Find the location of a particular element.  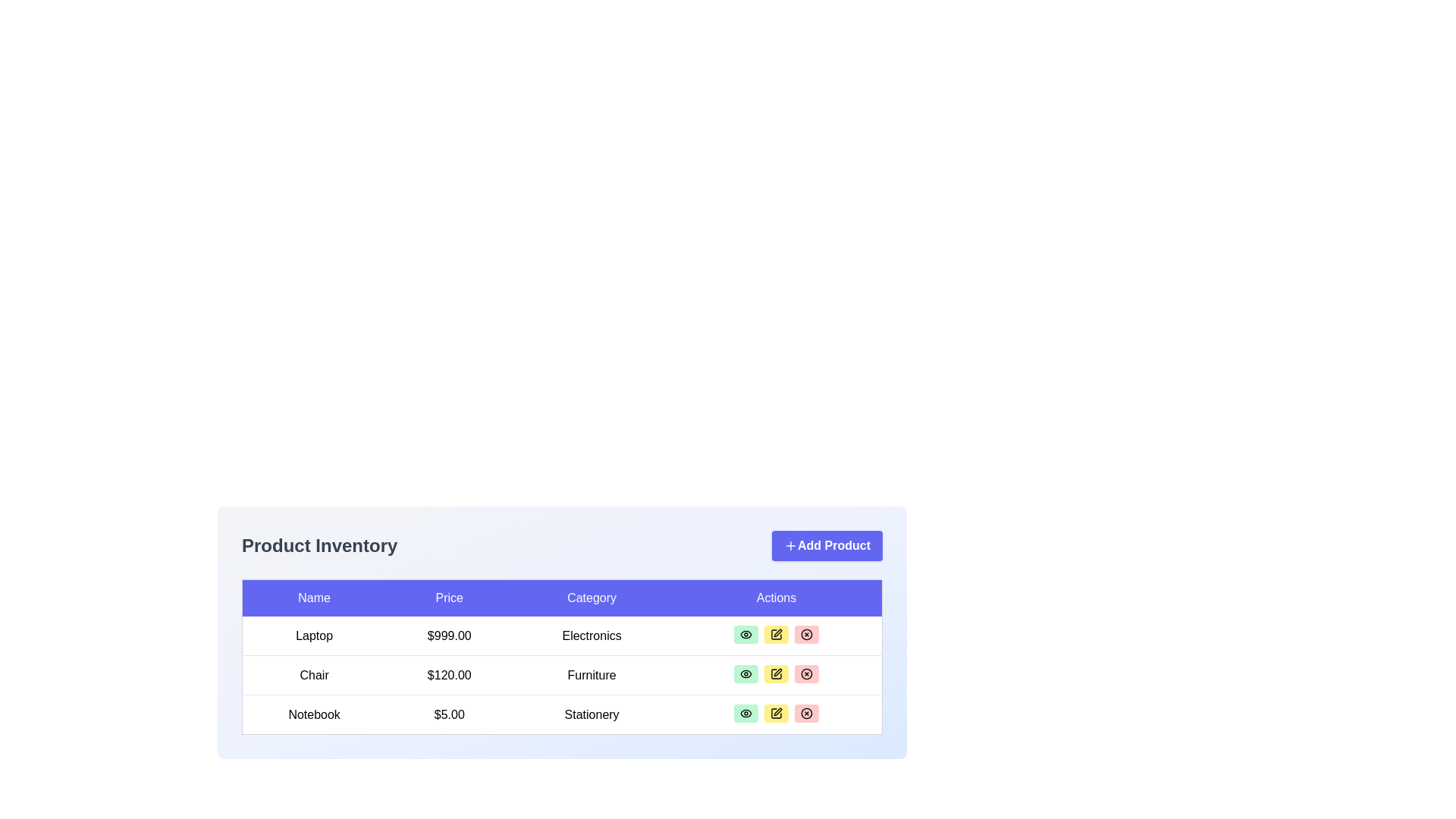

the text segment displaying 'Notebook $5.00 Stationery' located in the last row of the table under name, price, and category columns is located at coordinates (561, 714).